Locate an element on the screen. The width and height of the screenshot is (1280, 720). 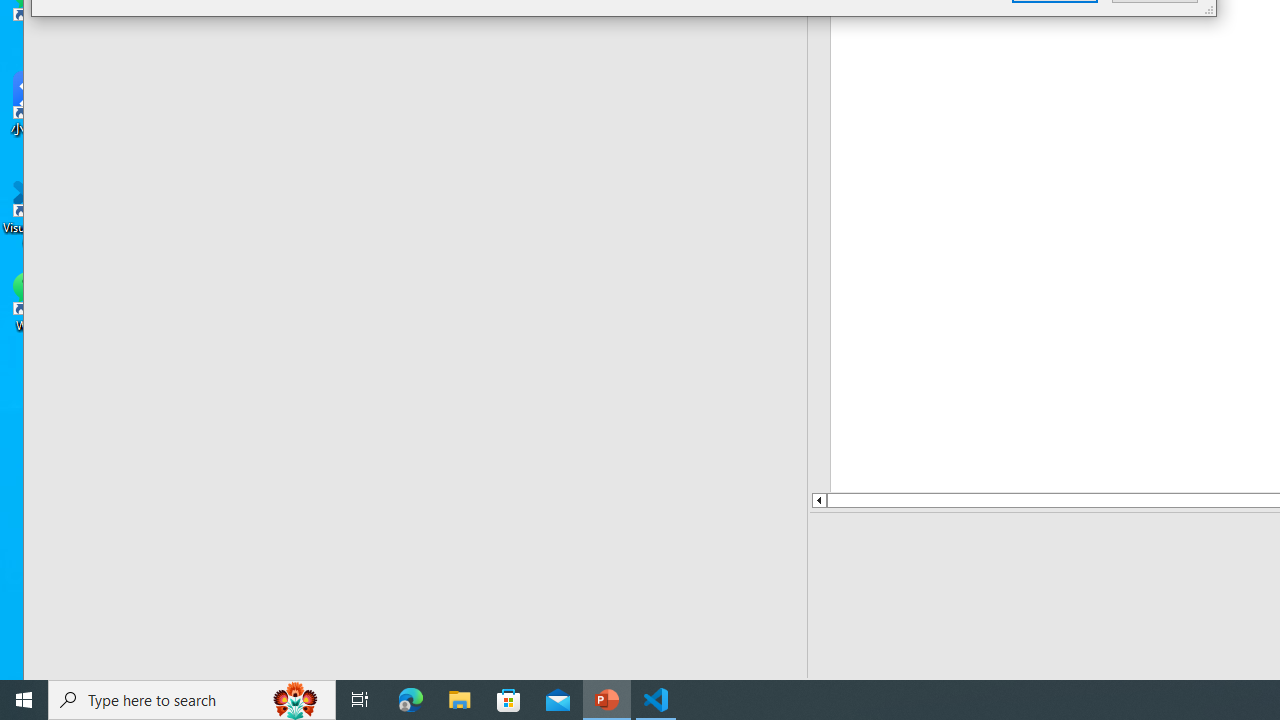
'Task View' is located at coordinates (359, 698).